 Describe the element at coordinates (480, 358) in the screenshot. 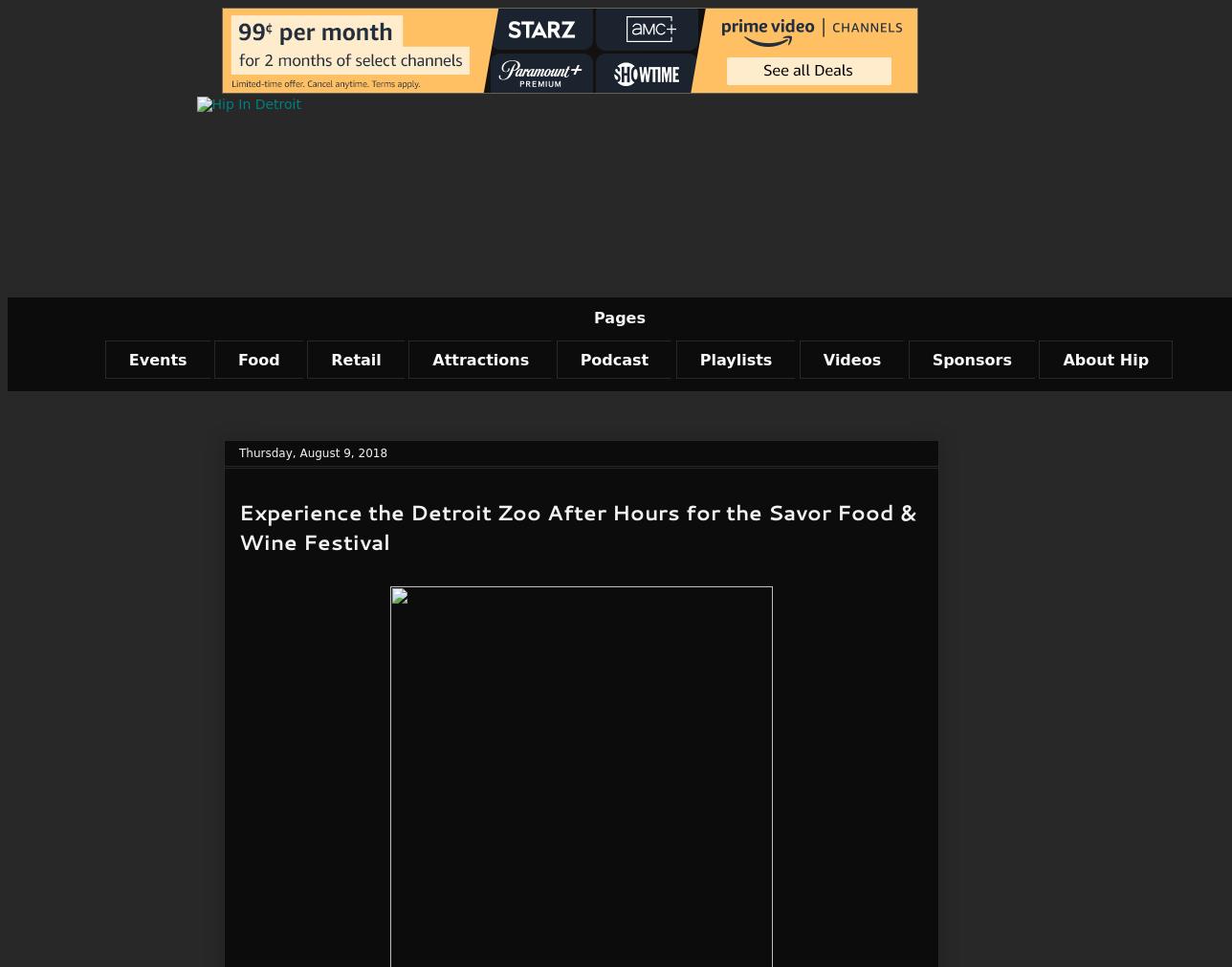

I see `'Attractions'` at that location.